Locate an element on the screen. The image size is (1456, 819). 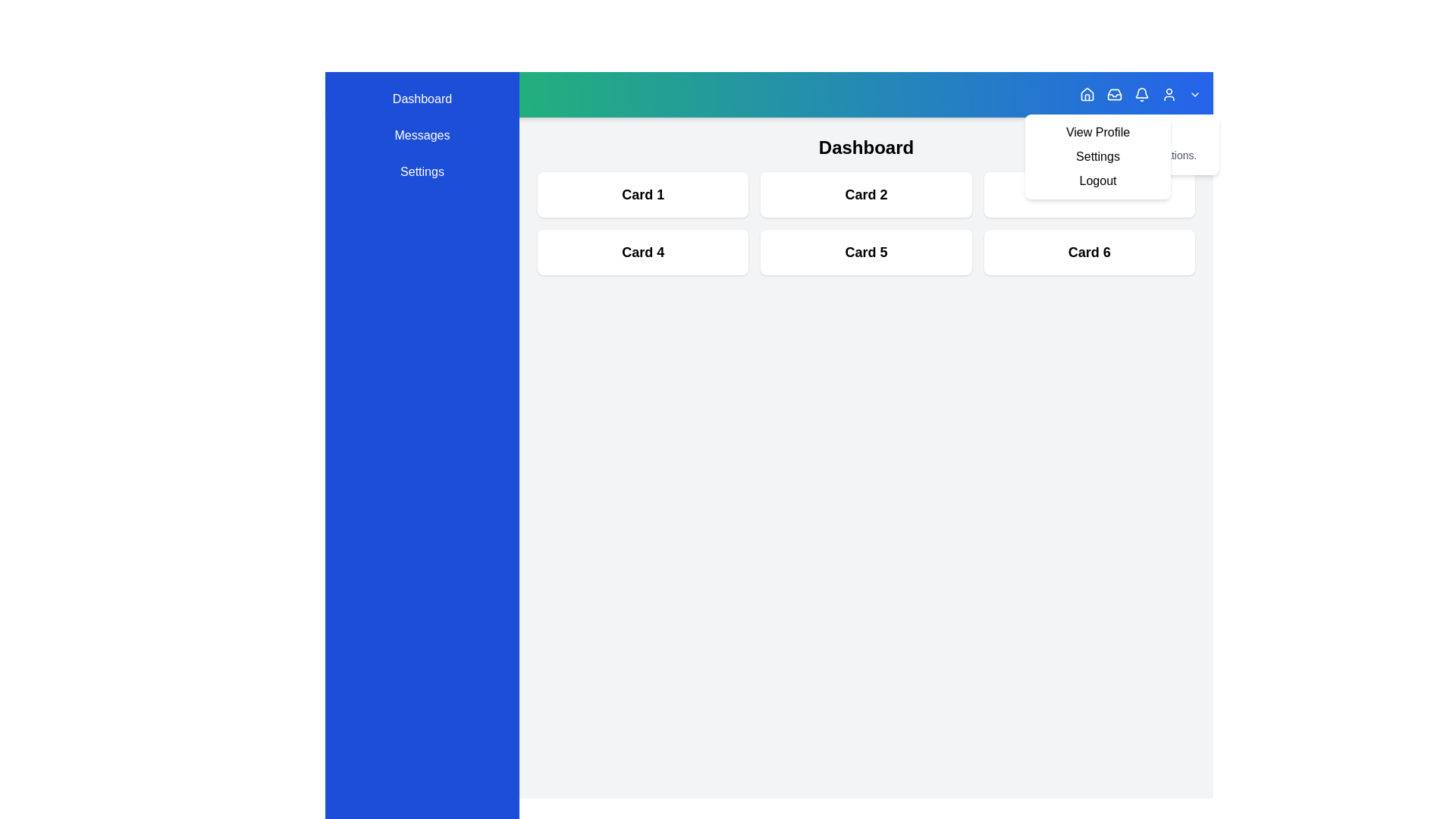
descriptive label contained within the card positioned in the second row, left side, beneath 'Card 1' and to the left of 'Card 5' is located at coordinates (643, 251).